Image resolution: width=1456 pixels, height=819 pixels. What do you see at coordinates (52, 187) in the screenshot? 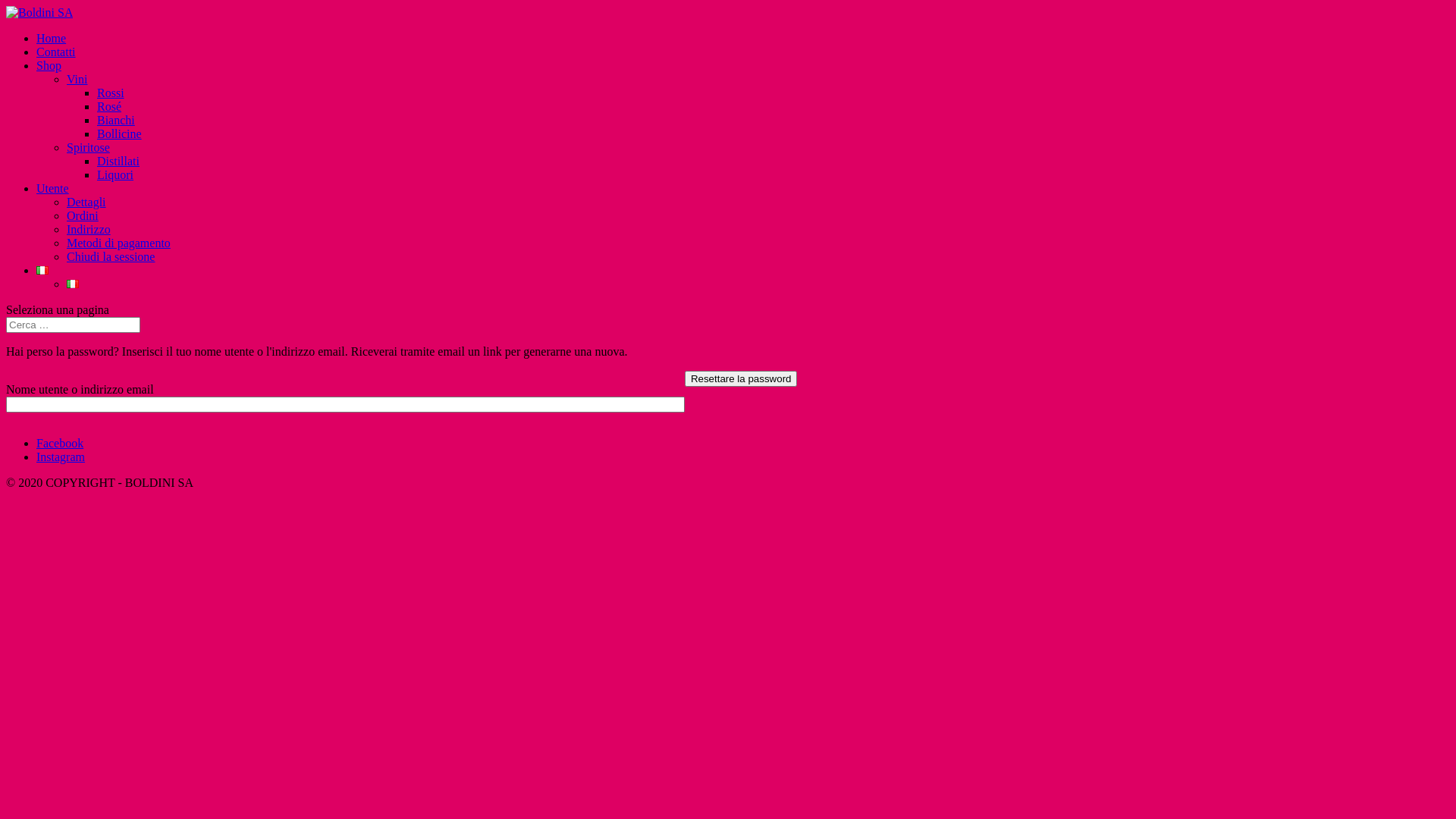
I see `'Utente'` at bounding box center [52, 187].